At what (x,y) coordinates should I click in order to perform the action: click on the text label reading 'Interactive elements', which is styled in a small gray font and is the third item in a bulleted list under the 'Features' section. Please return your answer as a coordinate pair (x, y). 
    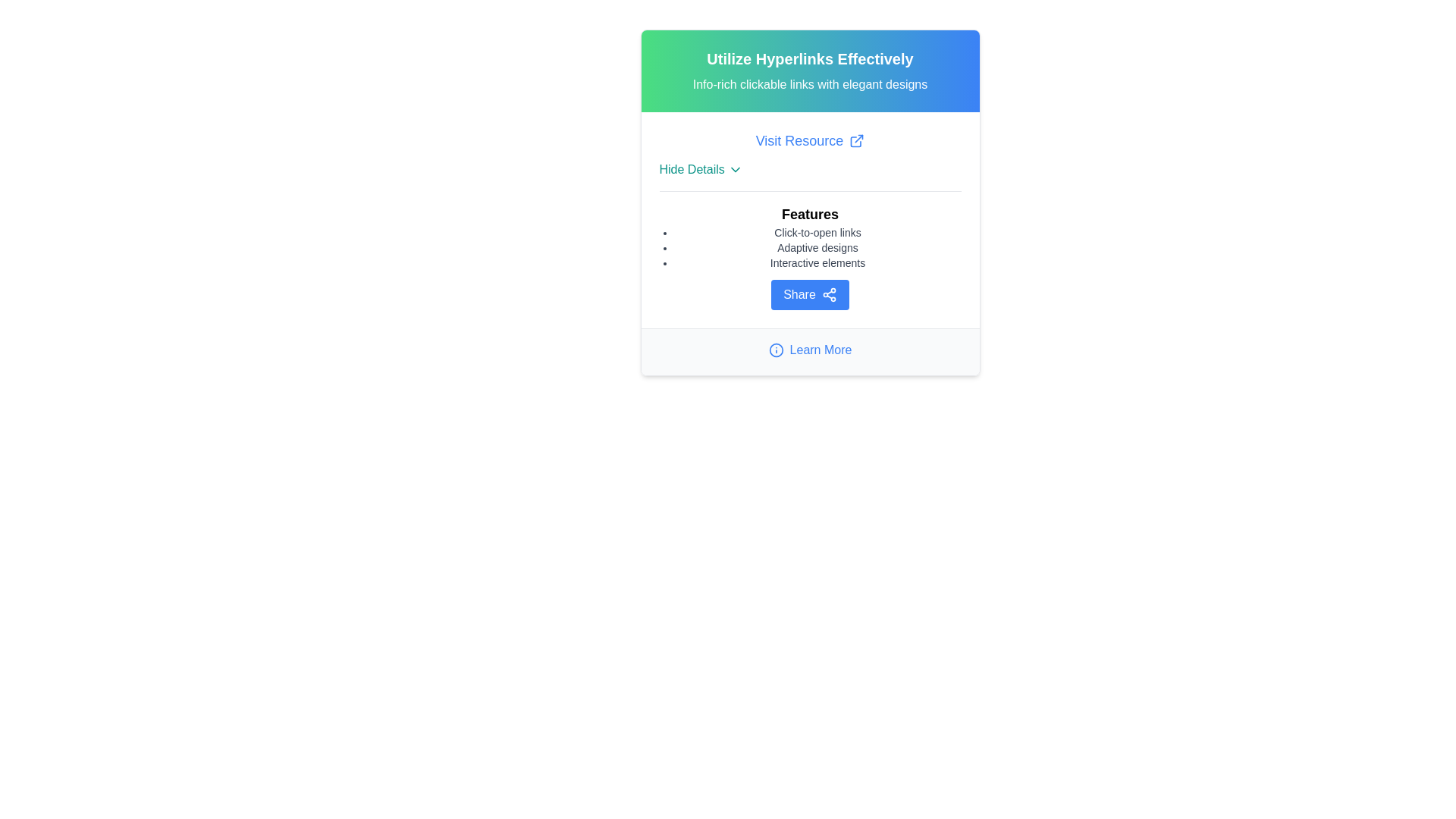
    Looking at the image, I should click on (817, 262).